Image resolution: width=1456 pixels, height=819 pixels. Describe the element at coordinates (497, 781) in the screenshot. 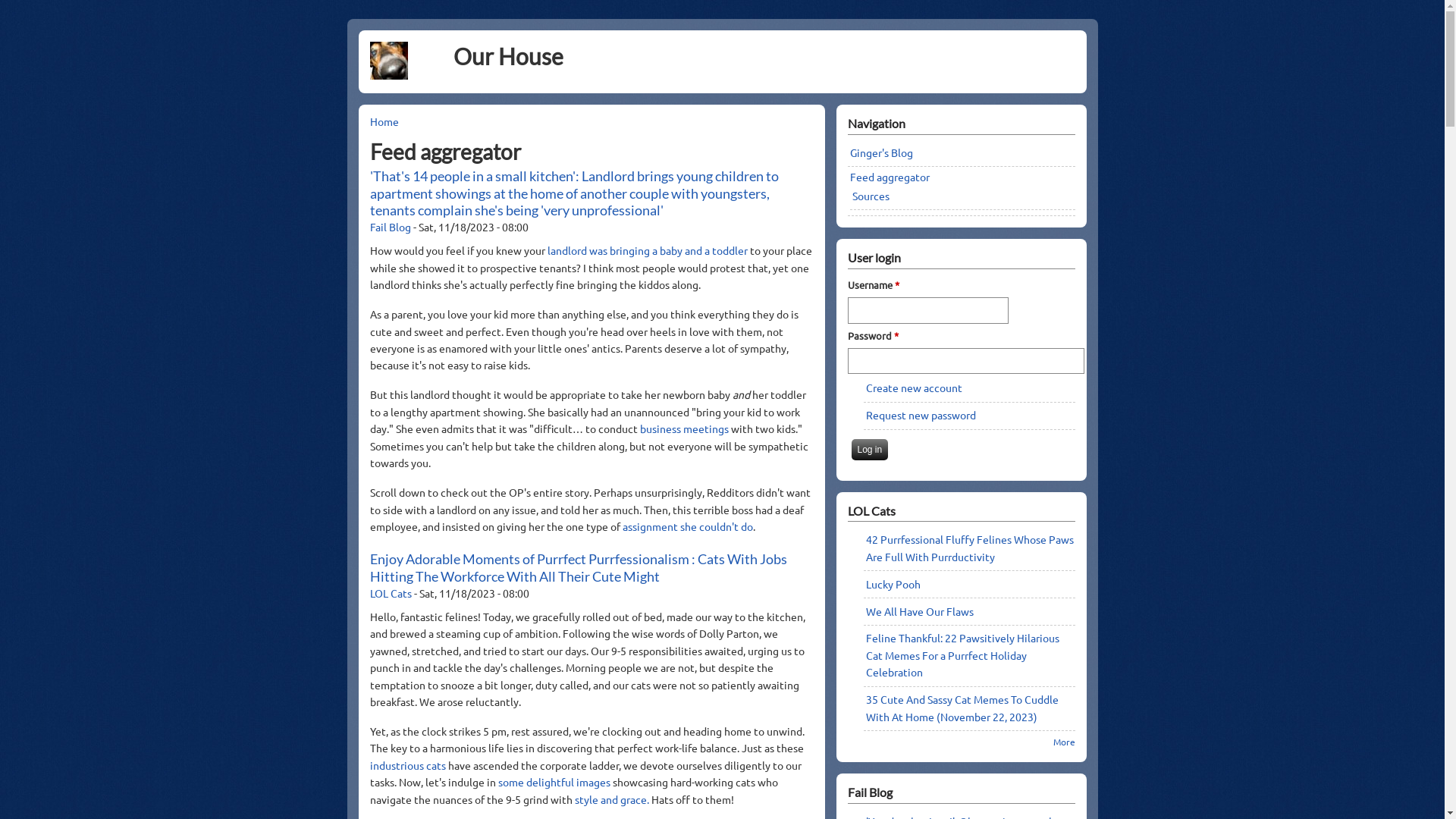

I see `'some delightful images'` at that location.